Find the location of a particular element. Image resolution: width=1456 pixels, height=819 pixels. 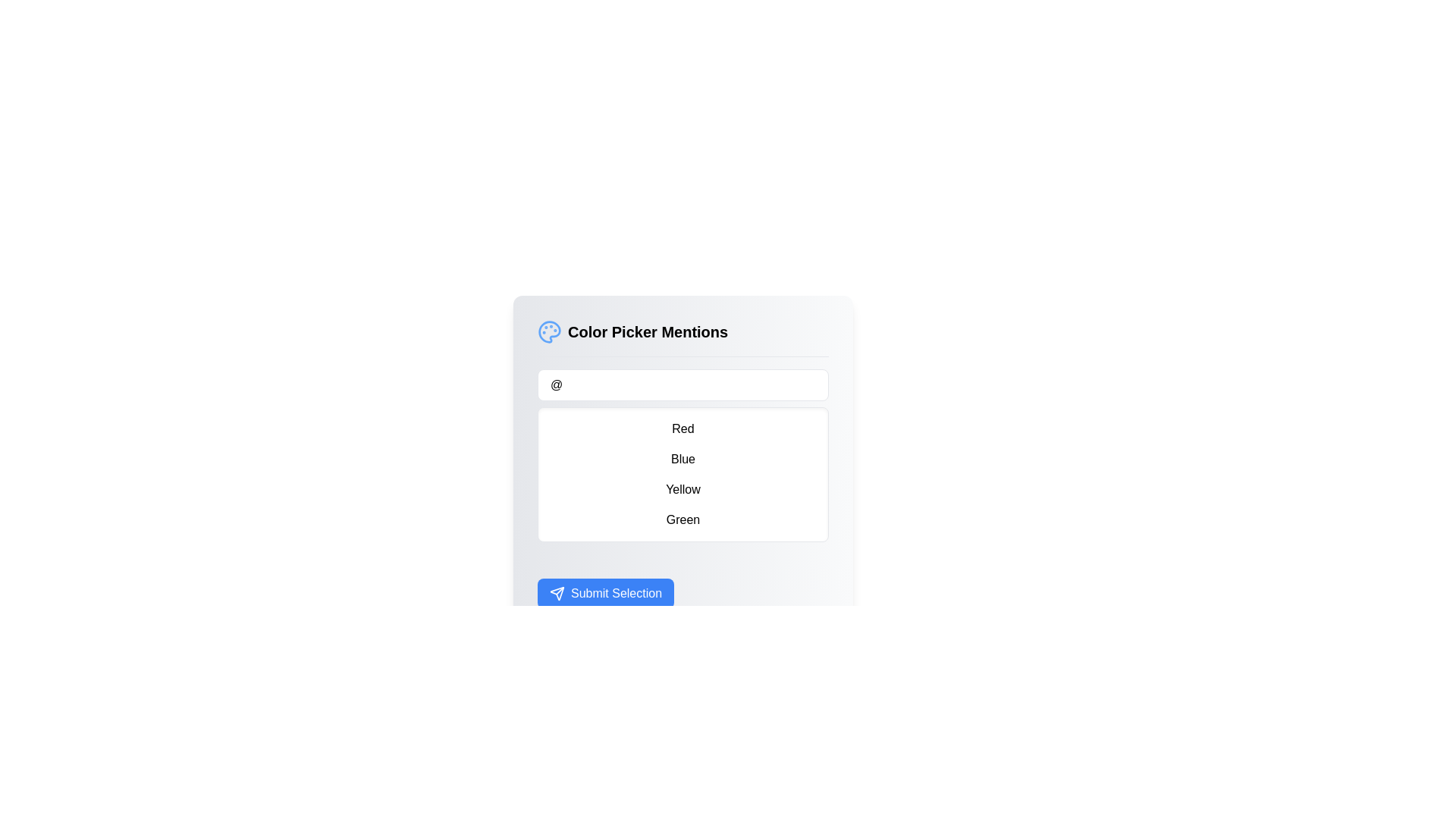

the send action icon located at the bottom-right corner of the form within the 'Submit Selection' button is located at coordinates (556, 593).